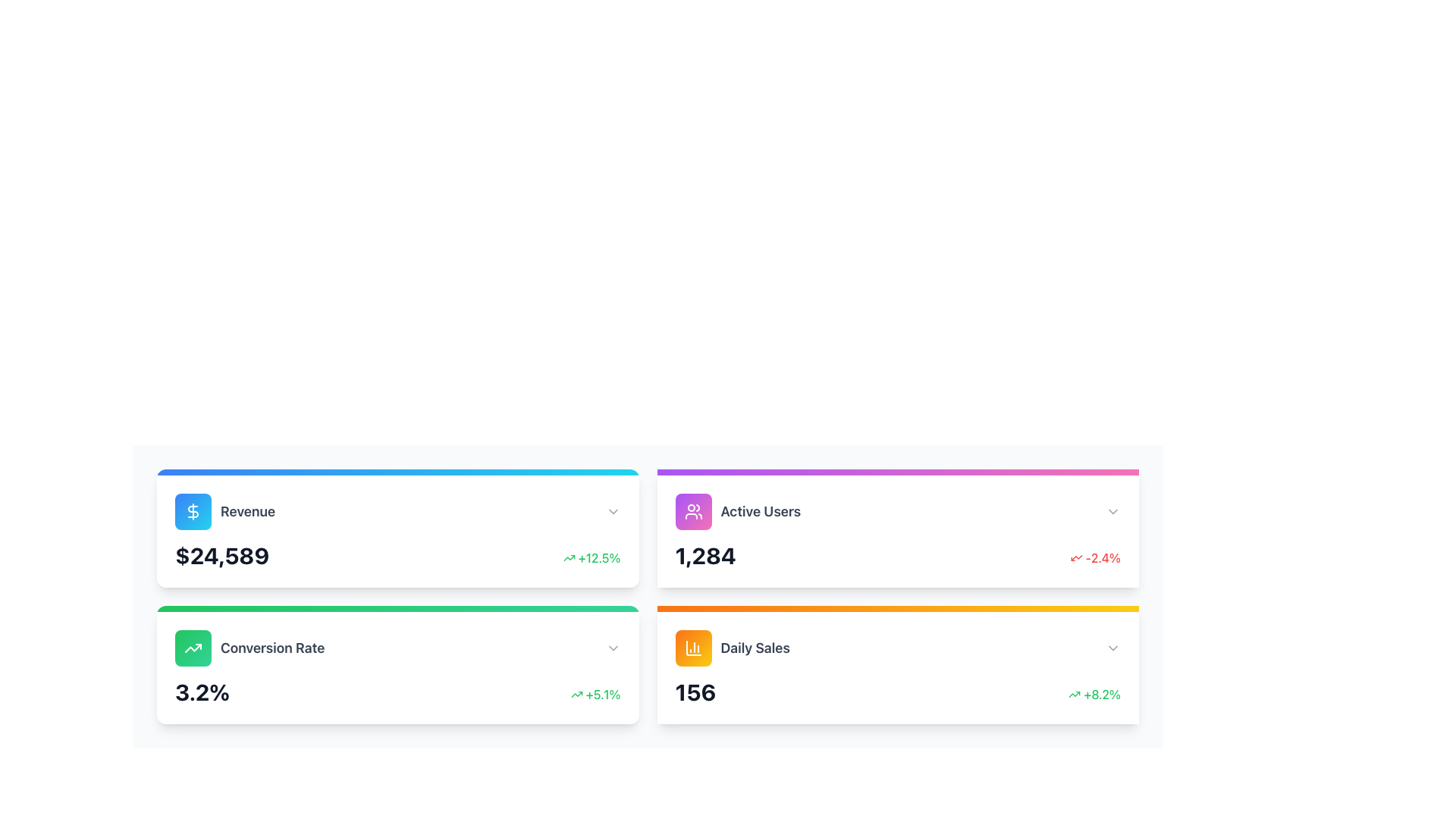 Image resolution: width=1456 pixels, height=819 pixels. Describe the element at coordinates (576, 694) in the screenshot. I see `the small upward-trending green arrow icon that represents positive growth, located before the text '+5.1%' in the conversion rate indicator` at that location.